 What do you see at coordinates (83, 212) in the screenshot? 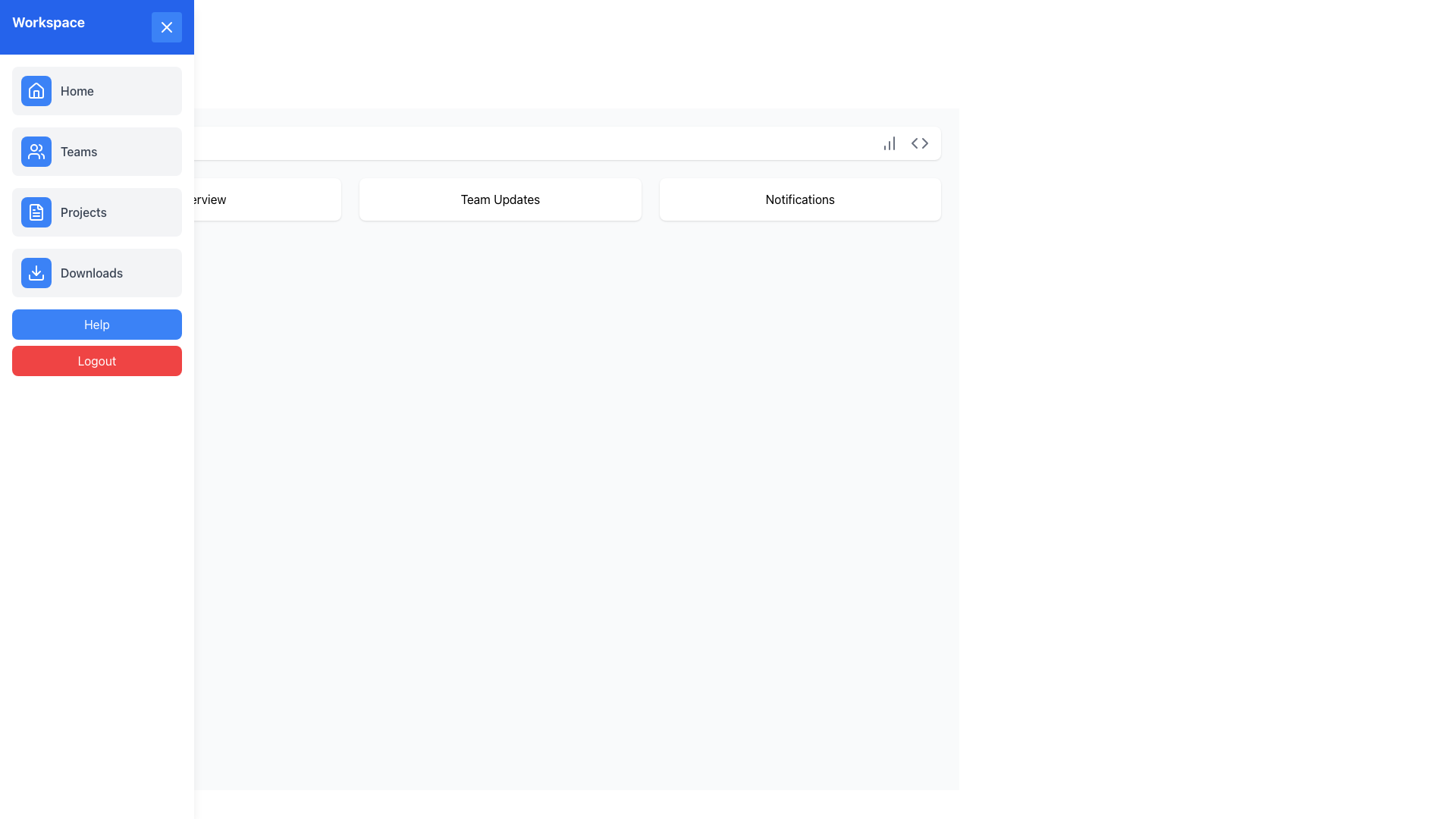
I see `the 'Projects' static text label located in the vertical sidebar menu on the left side of the interface` at bounding box center [83, 212].